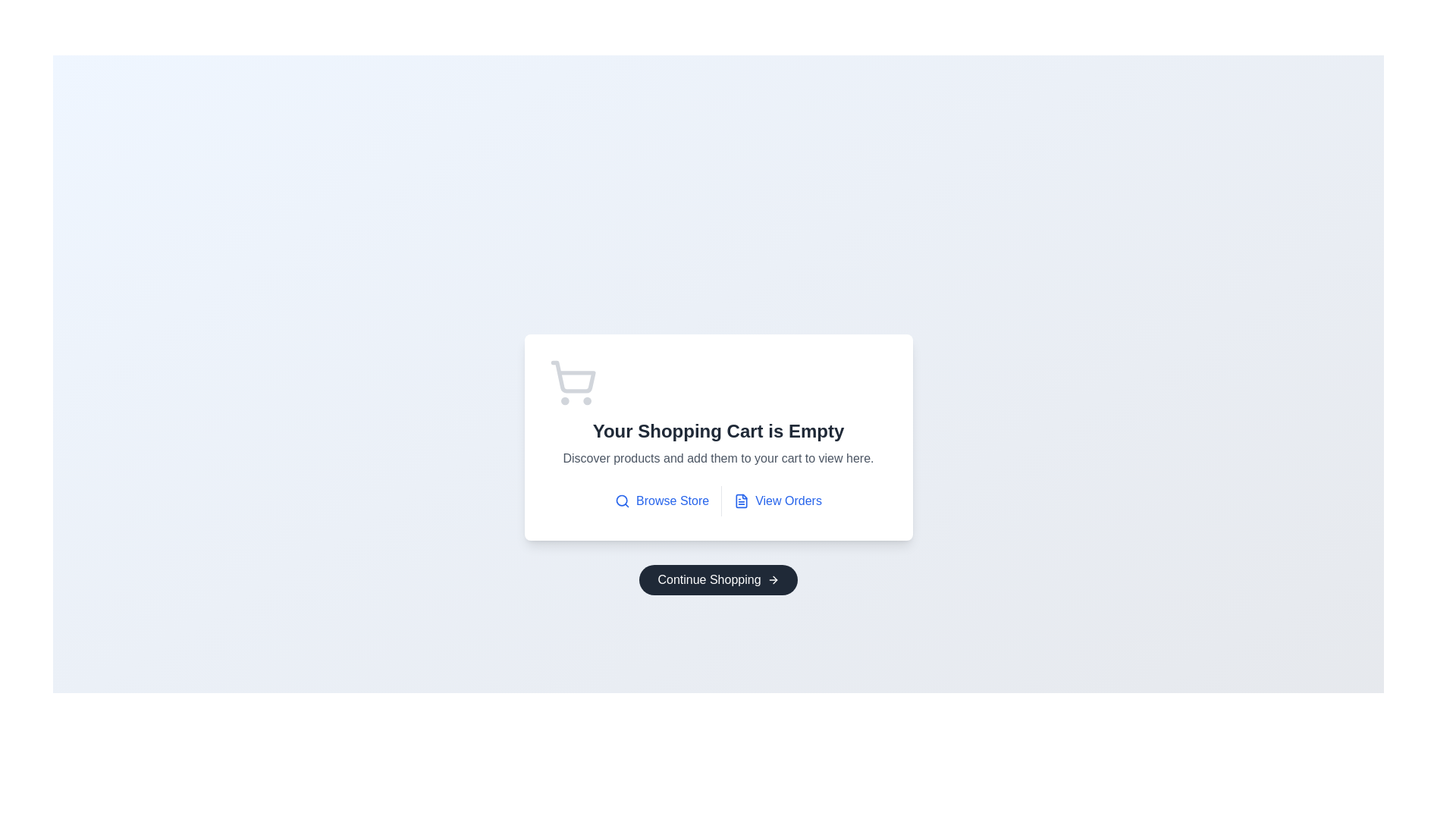  What do you see at coordinates (672, 500) in the screenshot?
I see `the 'Browse Store' hyperlink, which is displayed in blue and styled as a hyperlink, located centrally within the white card below 'Your Shopping Cart is Empty'` at bounding box center [672, 500].